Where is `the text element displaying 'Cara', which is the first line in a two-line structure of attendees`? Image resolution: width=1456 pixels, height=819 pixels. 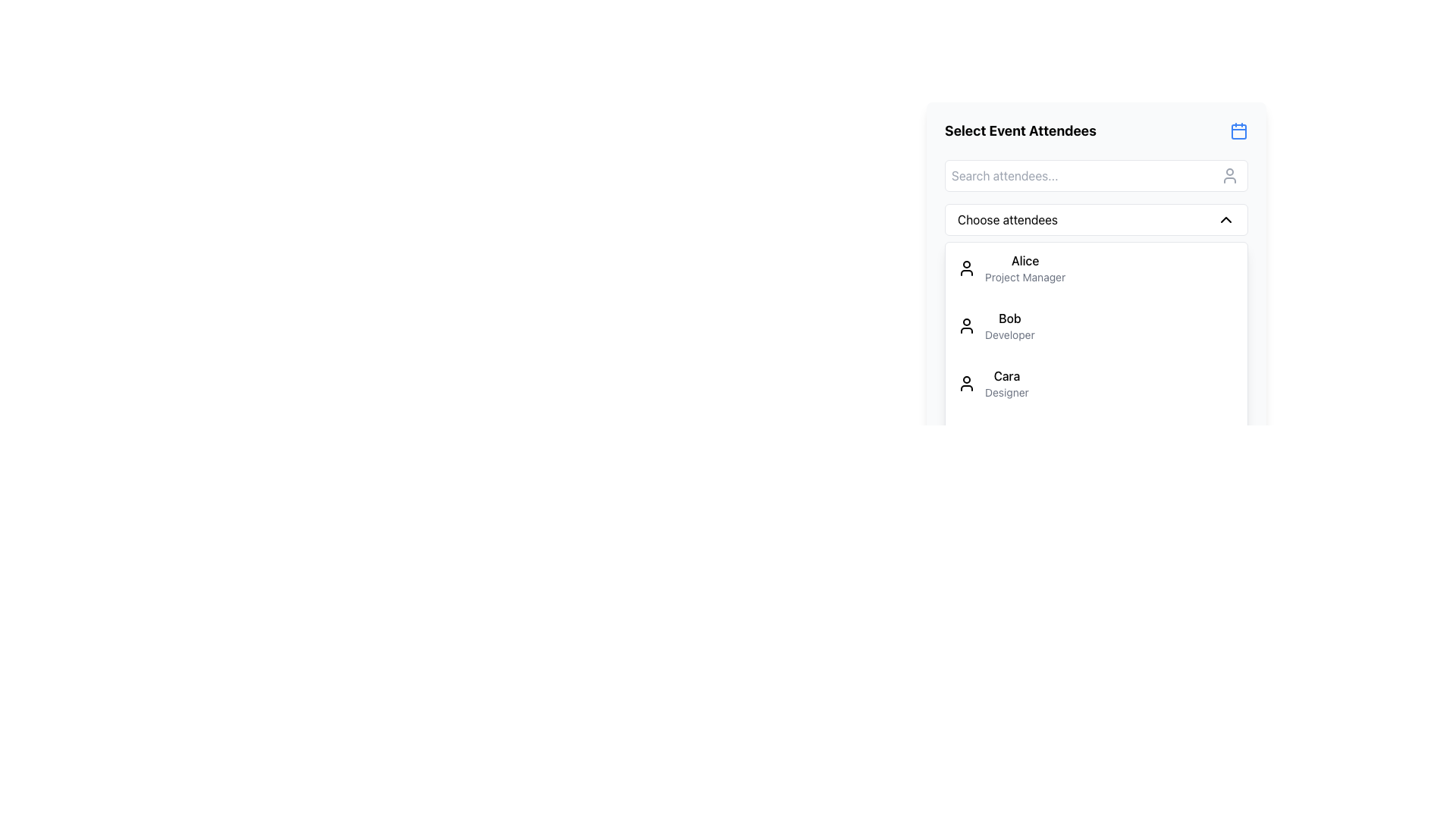
the text element displaying 'Cara', which is the first line in a two-line structure of attendees is located at coordinates (1006, 375).